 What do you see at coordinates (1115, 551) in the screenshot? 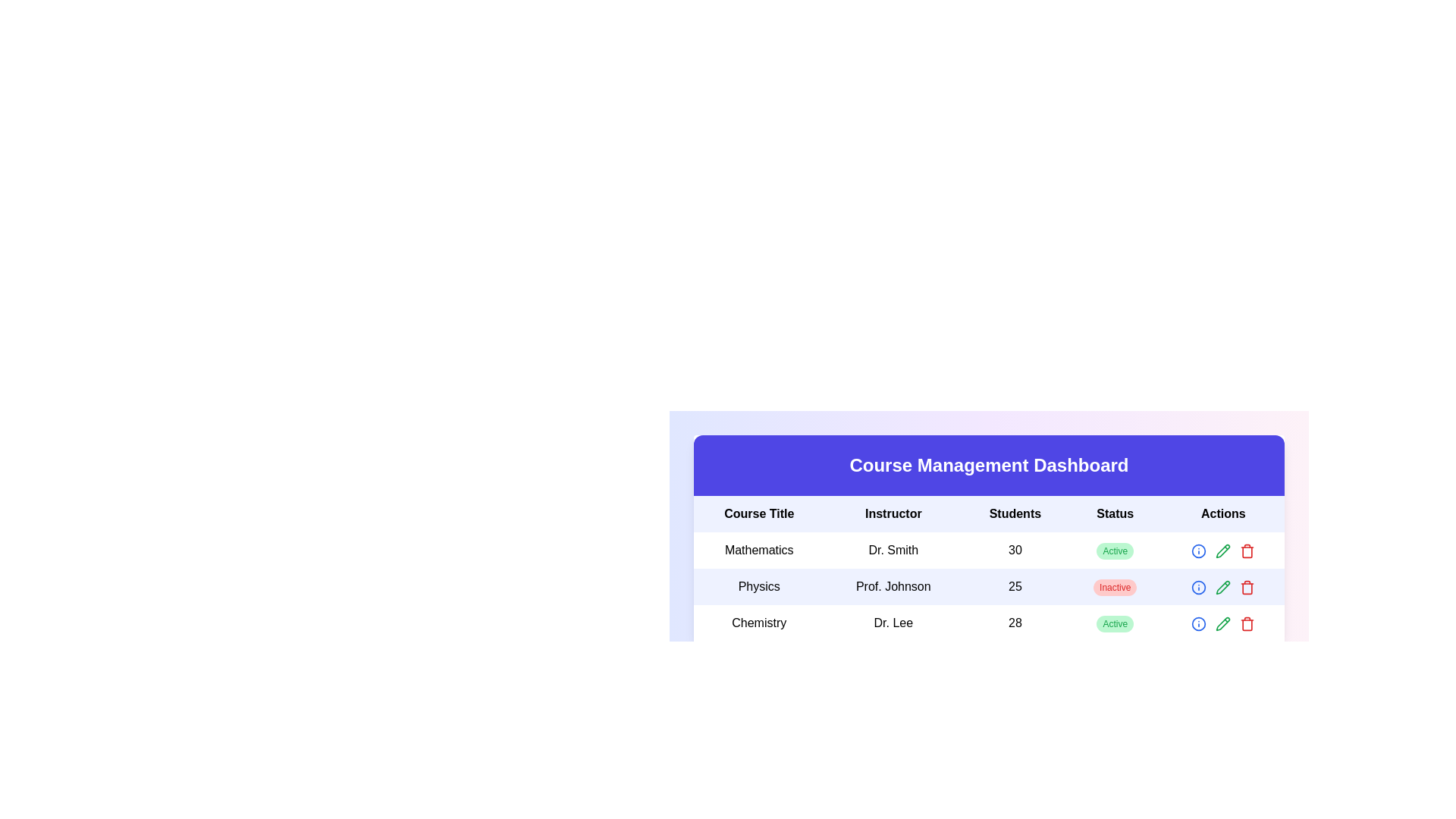
I see `the 'Active' status indicator badge in the first row of the data table, located between the 'Students' and 'Actions' columns` at bounding box center [1115, 551].